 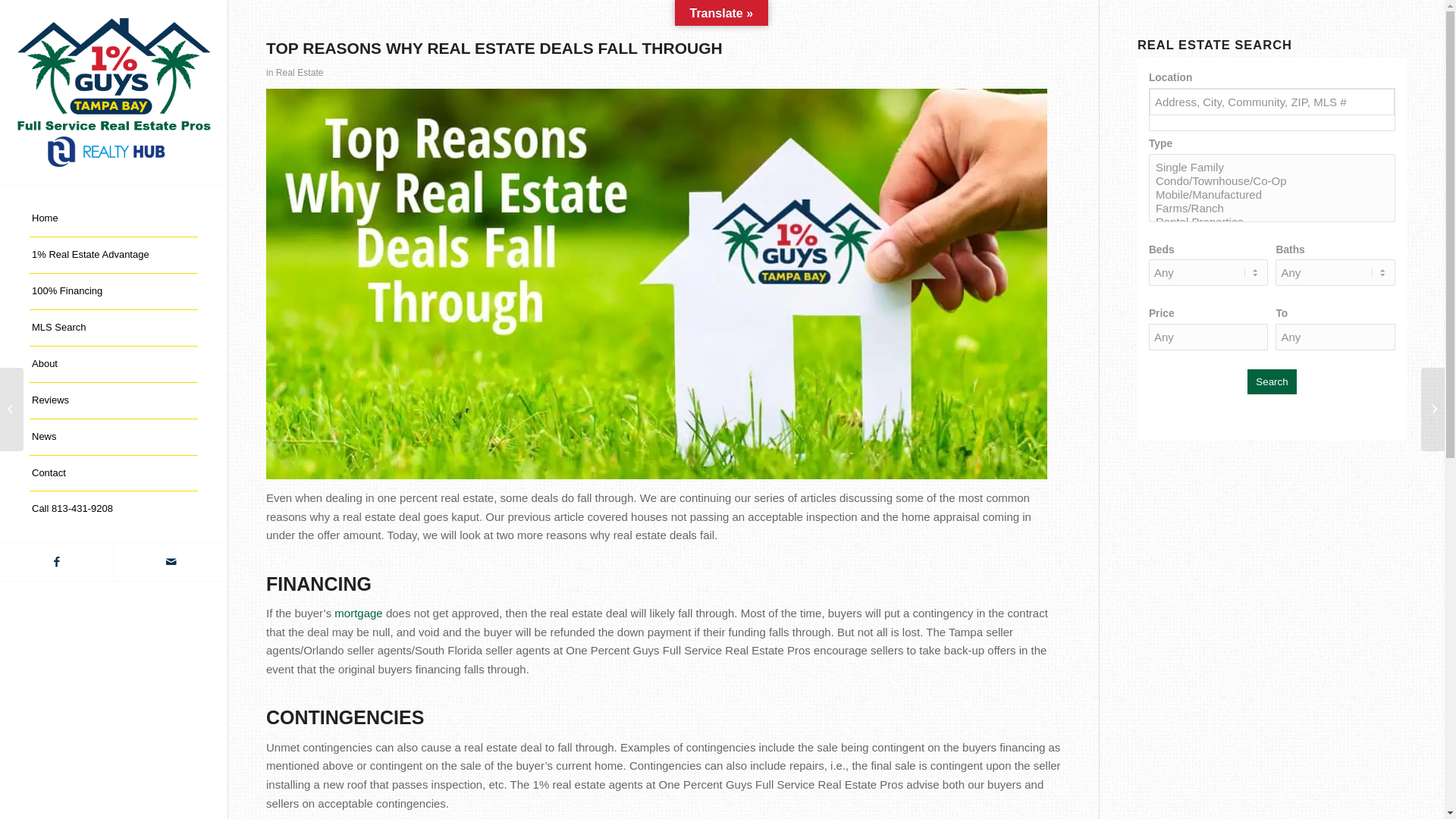 I want to click on 'Reviews', so click(x=112, y=400).